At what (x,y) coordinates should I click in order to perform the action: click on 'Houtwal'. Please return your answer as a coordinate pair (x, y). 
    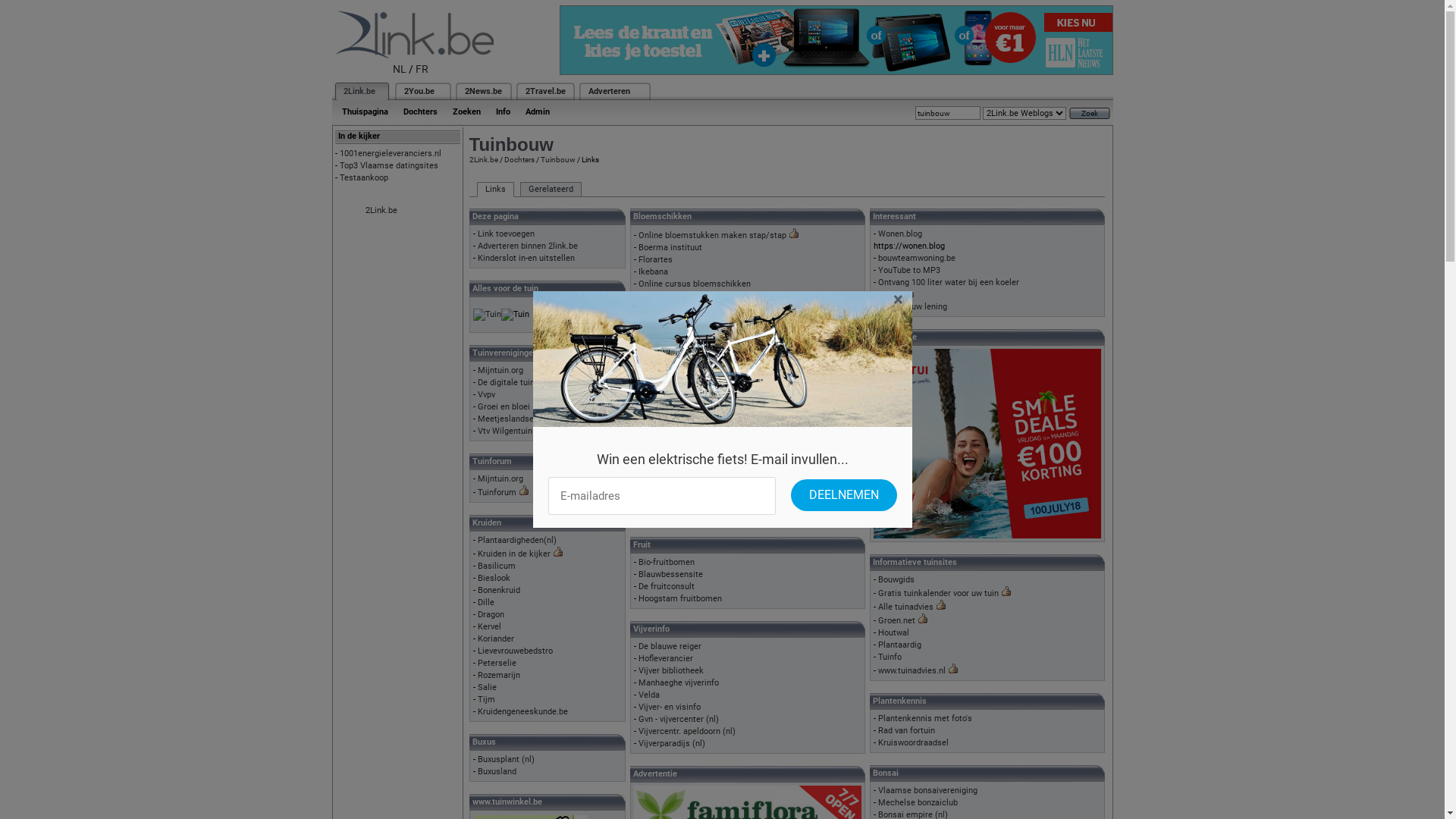
    Looking at the image, I should click on (893, 632).